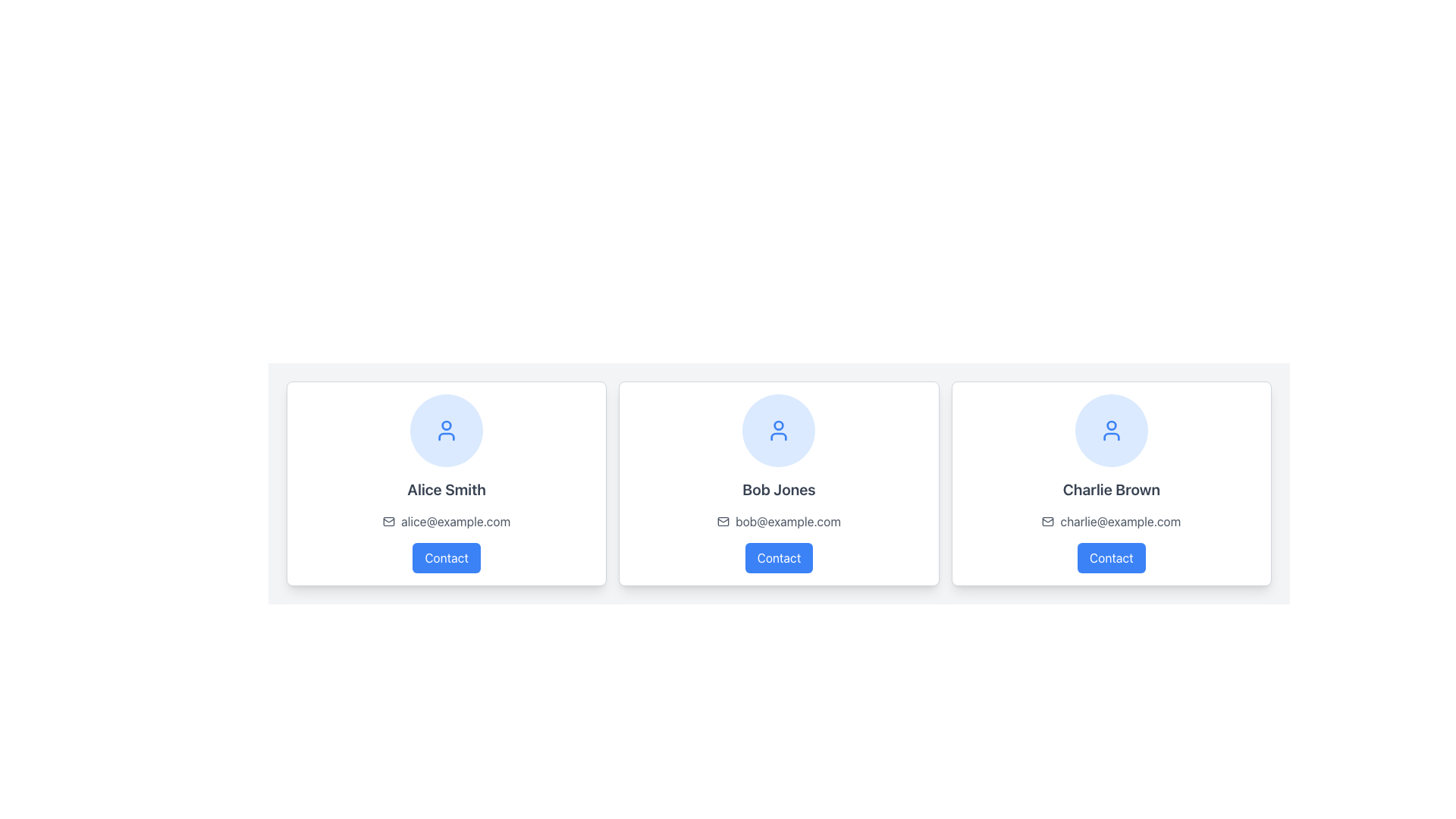 This screenshot has height=819, width=1456. I want to click on the email icon located in the top-left corner of Charlie Brown's user card, which visually indicates the email address 'charlie@example.com', so click(1047, 520).